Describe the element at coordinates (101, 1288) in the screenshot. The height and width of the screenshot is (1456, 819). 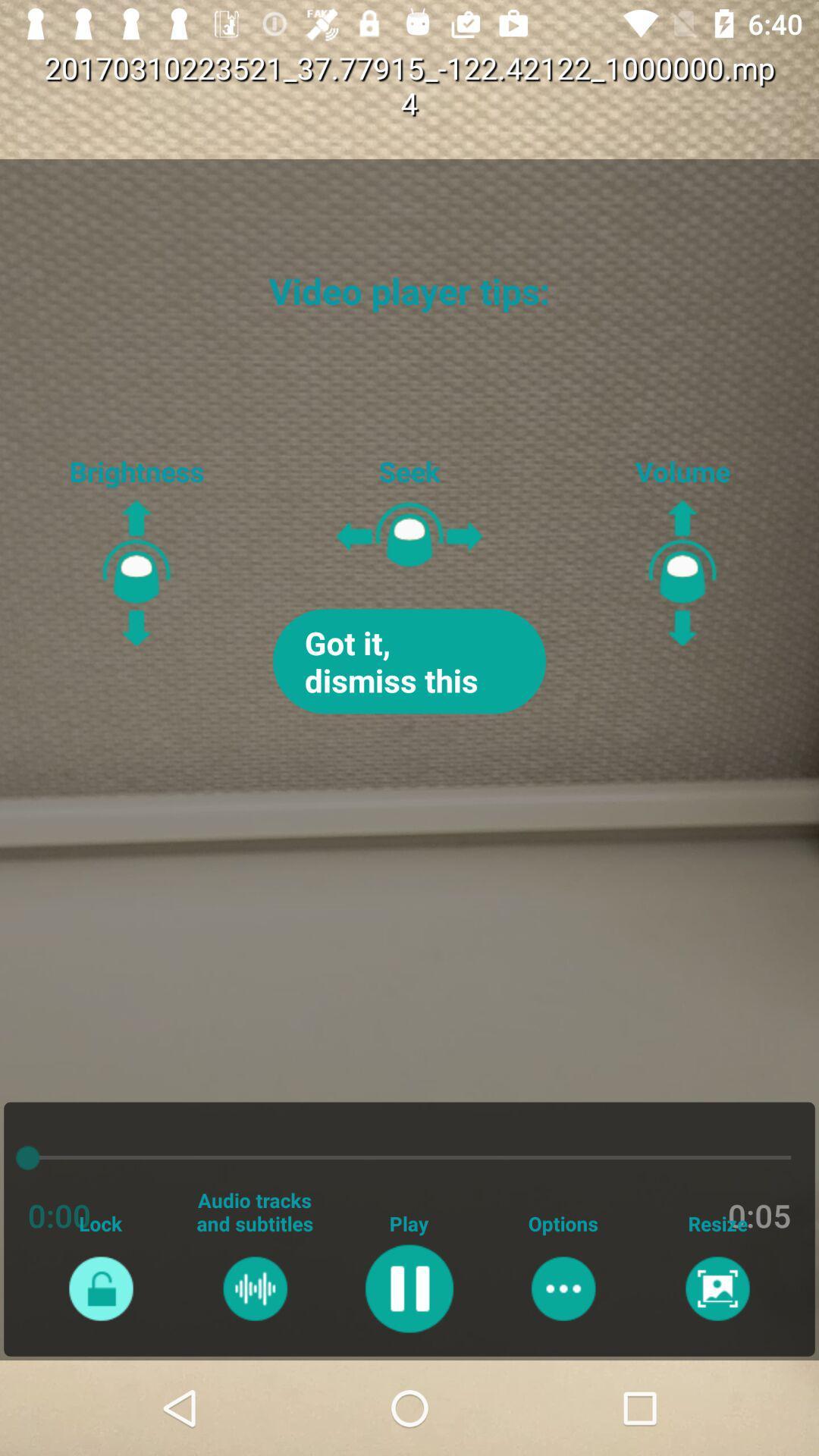
I see `lock rotation` at that location.